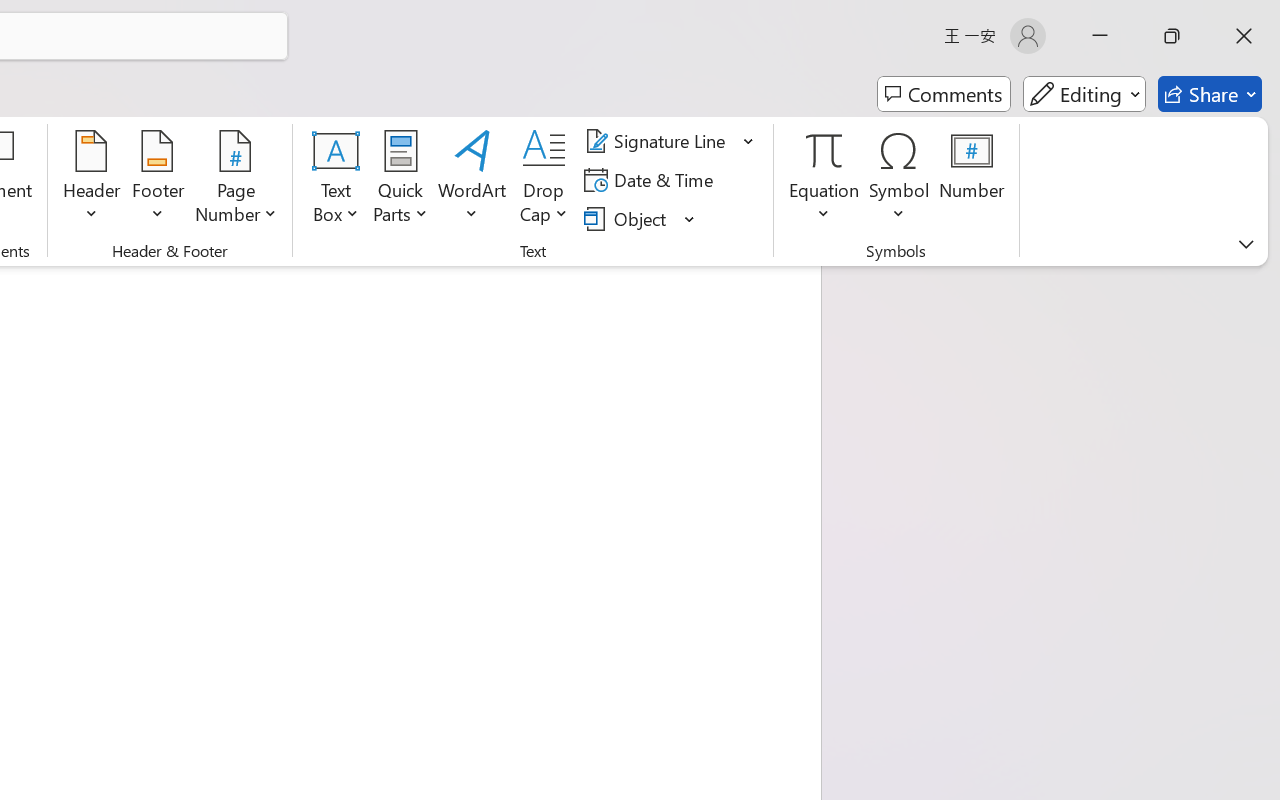 This screenshot has width=1280, height=800. I want to click on 'Comments', so click(943, 94).